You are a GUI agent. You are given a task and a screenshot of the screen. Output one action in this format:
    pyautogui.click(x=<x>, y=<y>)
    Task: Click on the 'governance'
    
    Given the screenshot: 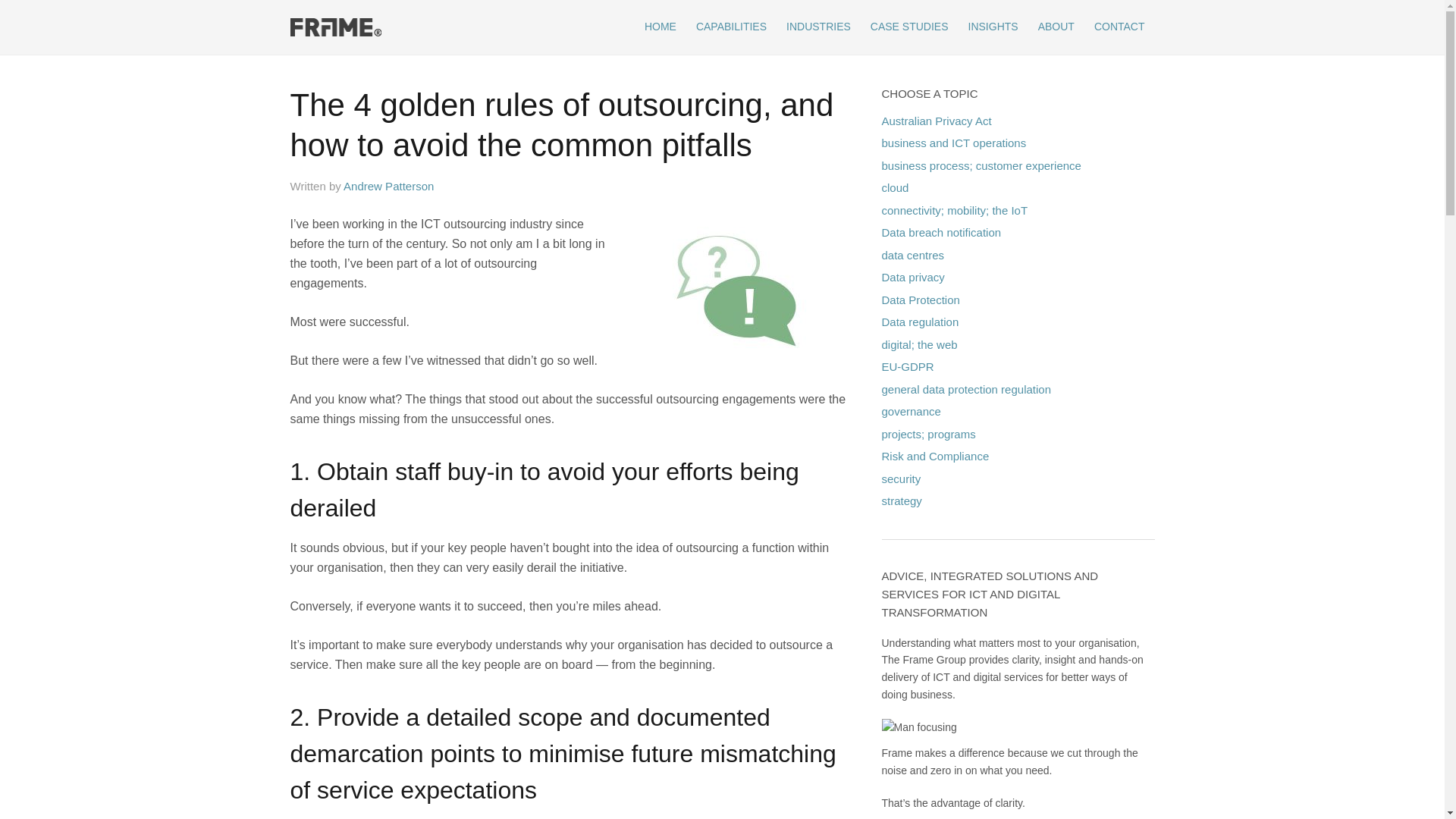 What is the action you would take?
    pyautogui.click(x=880, y=411)
    